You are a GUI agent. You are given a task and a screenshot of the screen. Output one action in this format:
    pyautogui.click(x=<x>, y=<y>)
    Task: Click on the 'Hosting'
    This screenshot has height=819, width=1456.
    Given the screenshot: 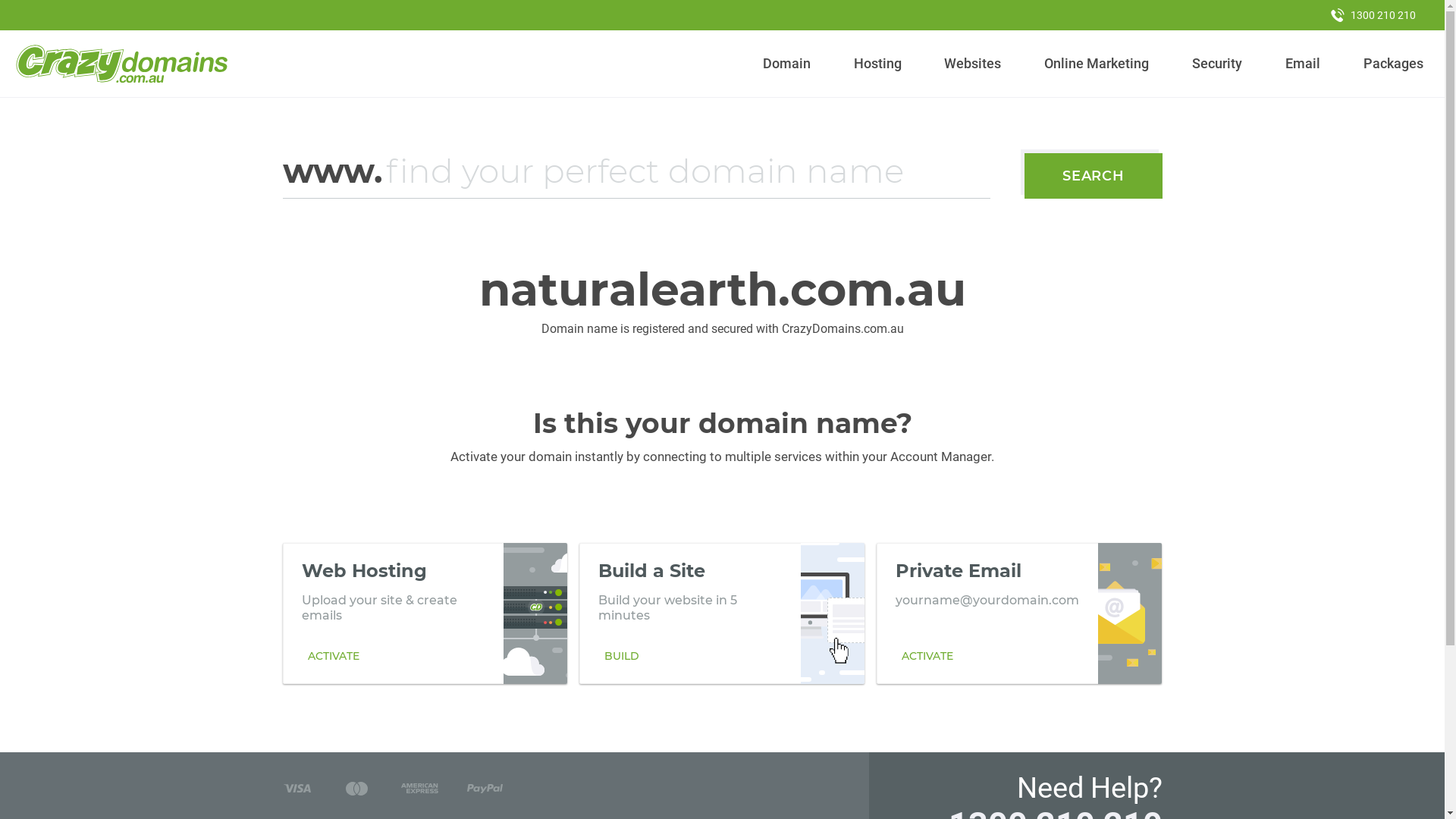 What is the action you would take?
    pyautogui.click(x=877, y=63)
    